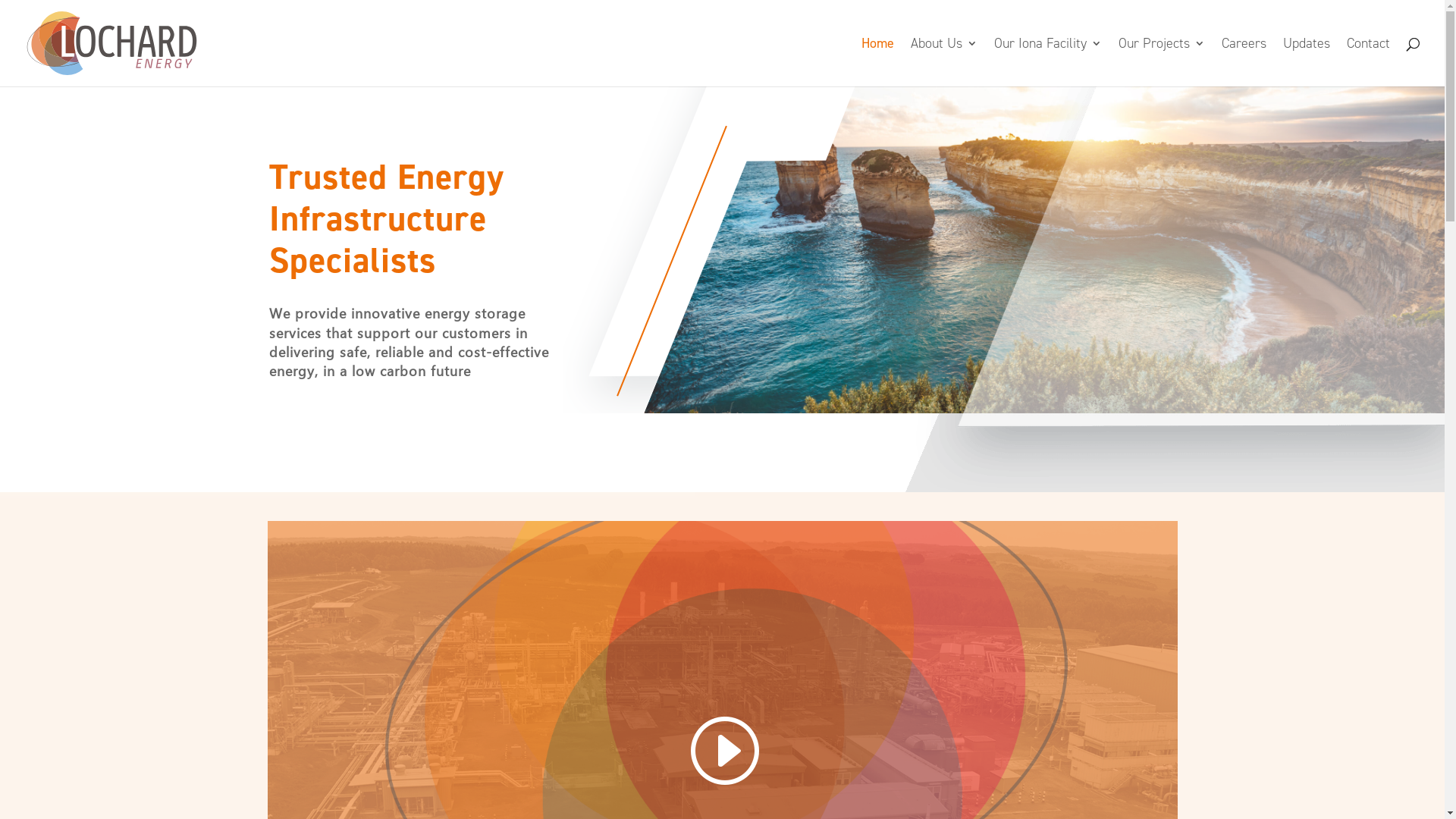 The image size is (1456, 819). Describe the element at coordinates (910, 61) in the screenshot. I see `'About Us'` at that location.